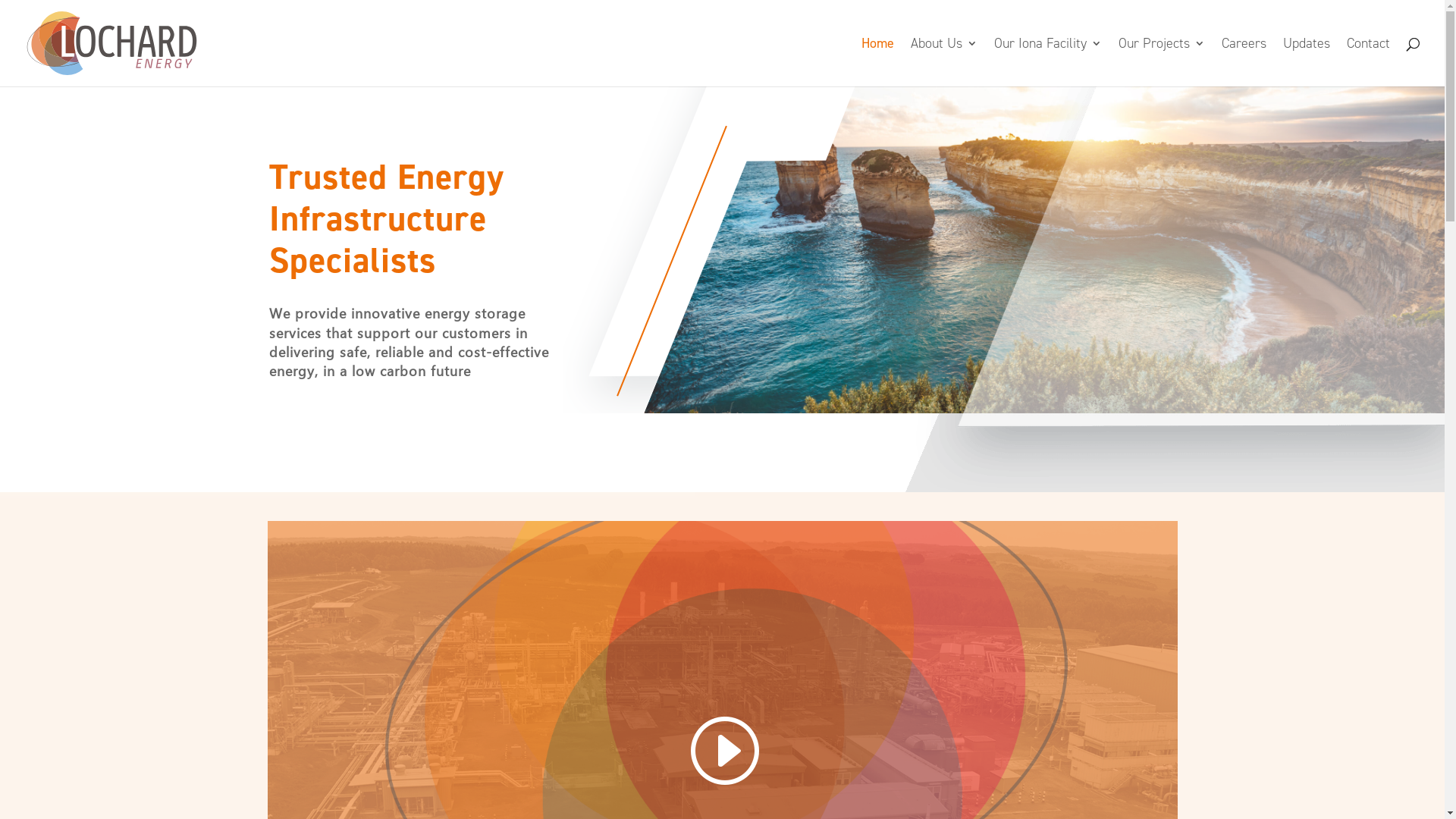 The image size is (1456, 819). Describe the element at coordinates (910, 61) in the screenshot. I see `'About Us'` at that location.